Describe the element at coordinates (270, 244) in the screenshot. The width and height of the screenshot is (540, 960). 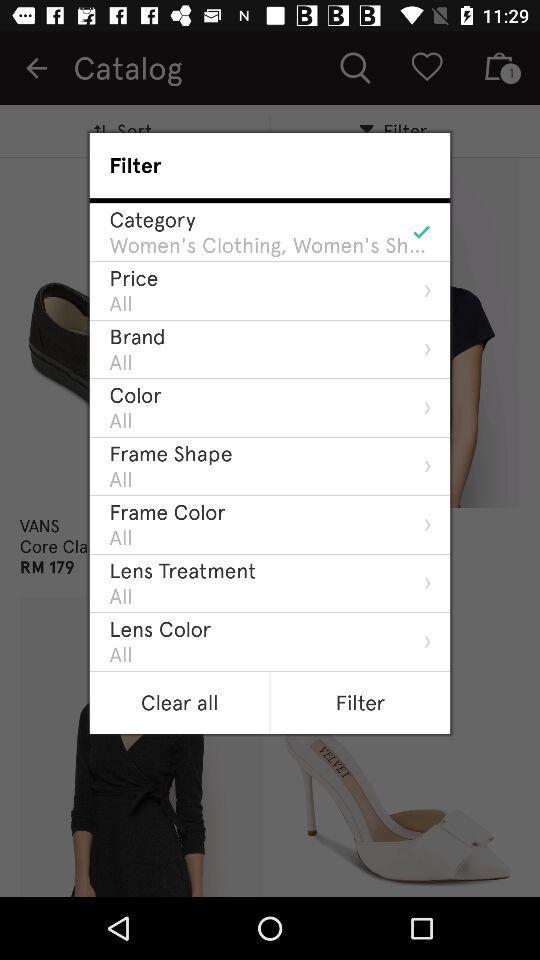
I see `the item above price icon` at that location.